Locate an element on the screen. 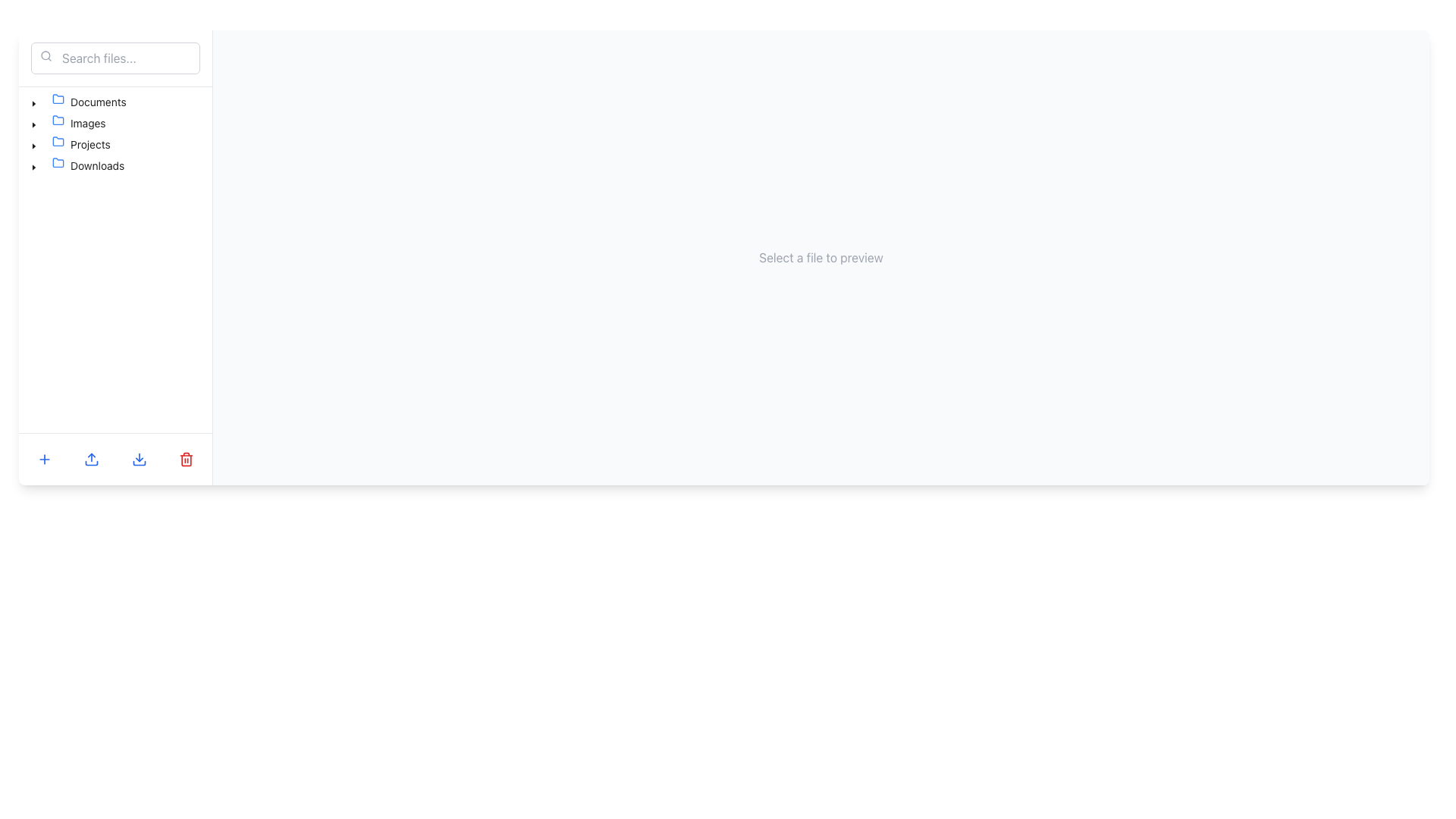 The image size is (1456, 819). the folder icon representing the 'Downloads' folder located near the bottom of the list on the left panel, adjacent to the 'Downloads' text label is located at coordinates (61, 166).